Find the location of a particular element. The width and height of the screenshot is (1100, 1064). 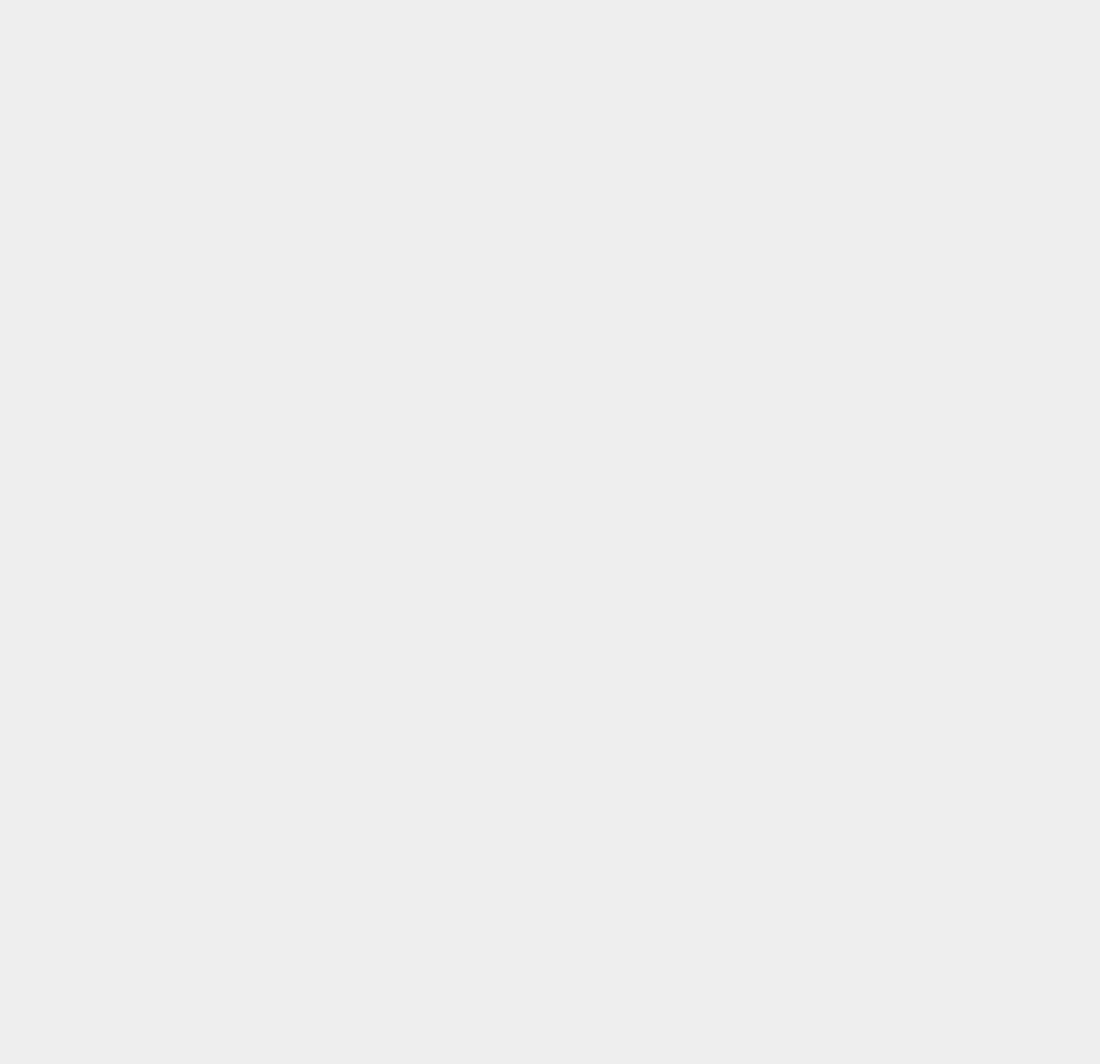

'ZTE' is located at coordinates (790, 189).